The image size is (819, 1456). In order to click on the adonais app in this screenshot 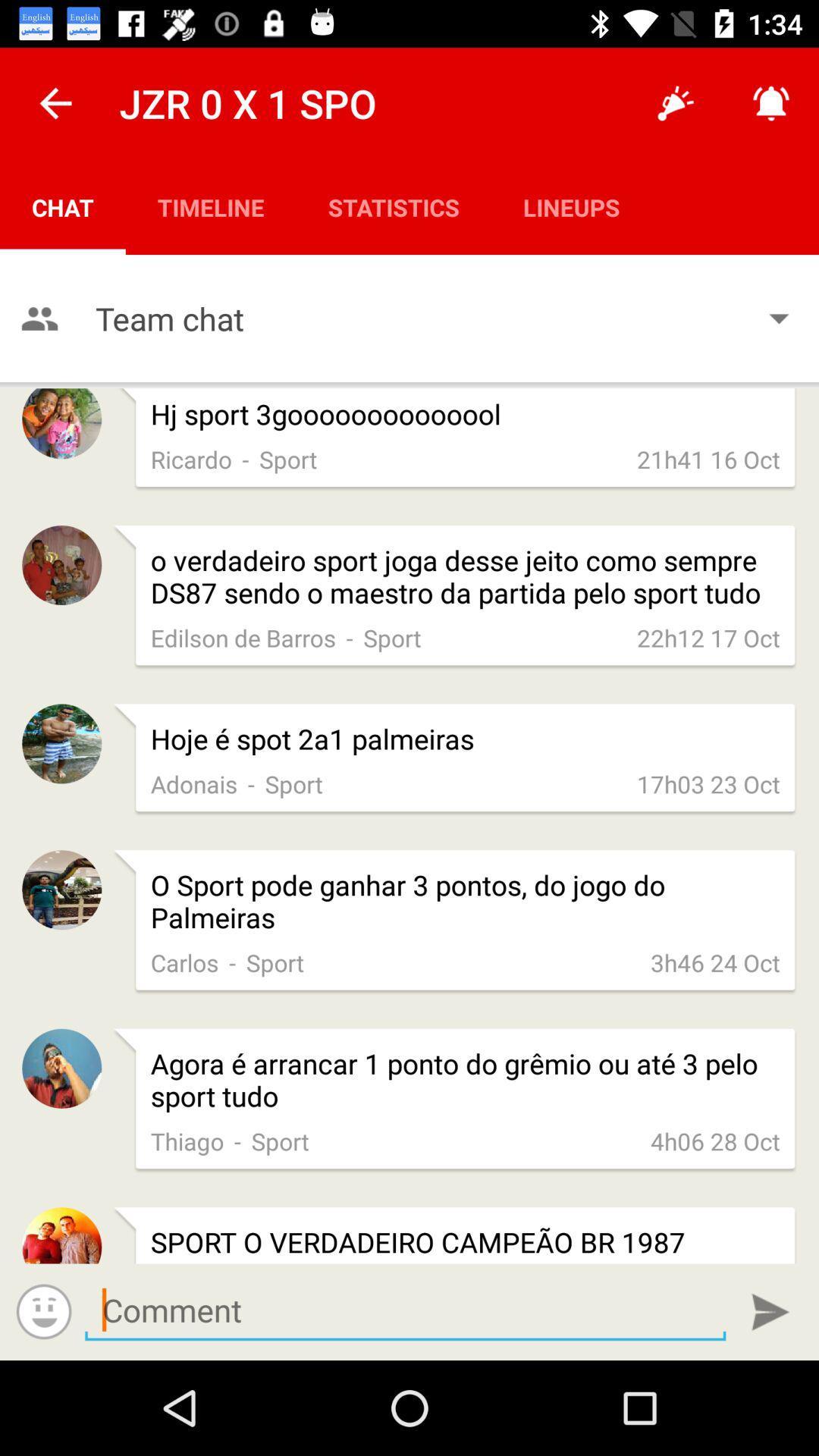, I will do `click(193, 783)`.